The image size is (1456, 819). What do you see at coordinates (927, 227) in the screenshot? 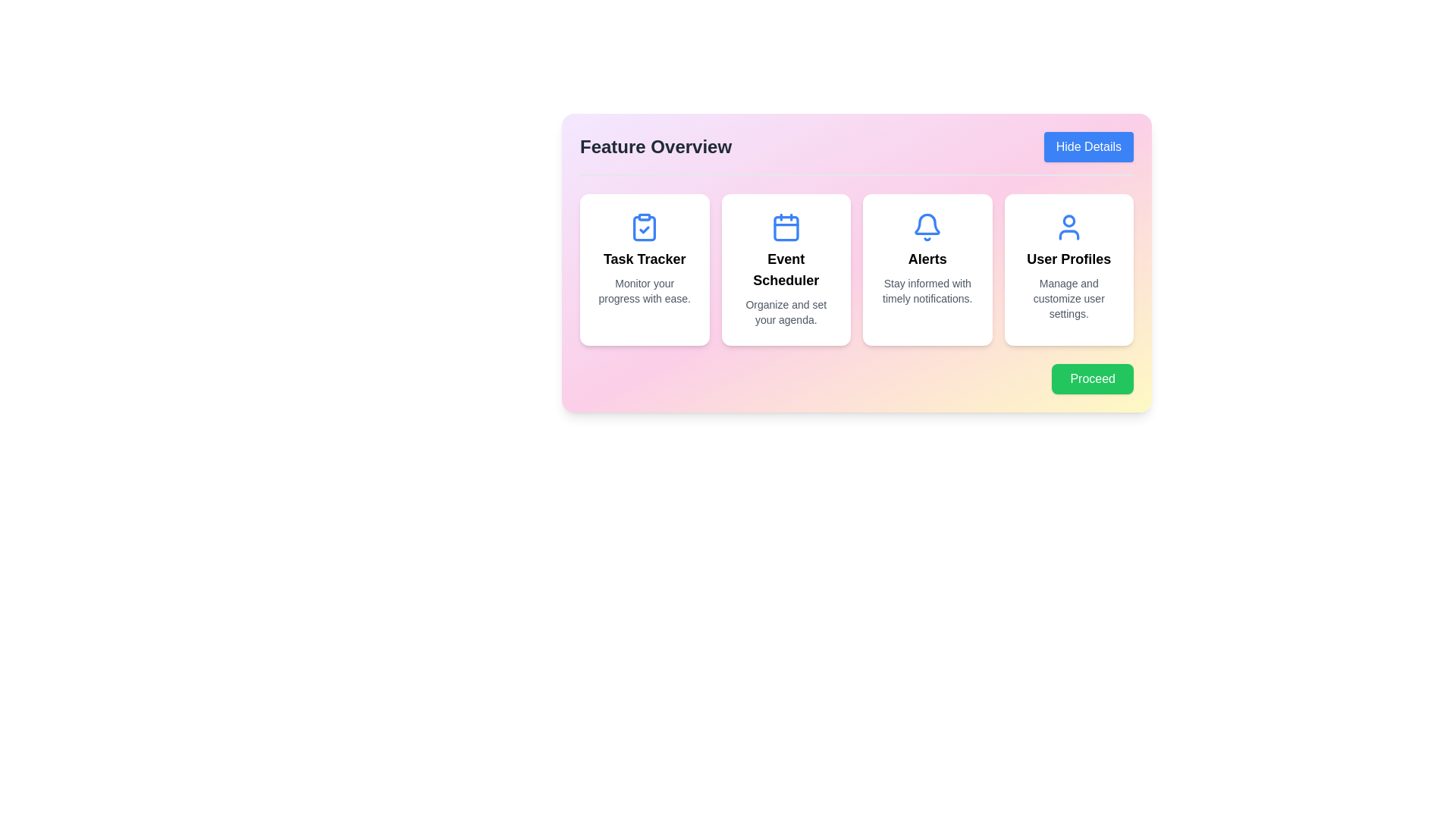
I see `the blue bell-shaped icon representing notifications, which is centrally positioned within the white card labeled 'Alerts'` at bounding box center [927, 227].